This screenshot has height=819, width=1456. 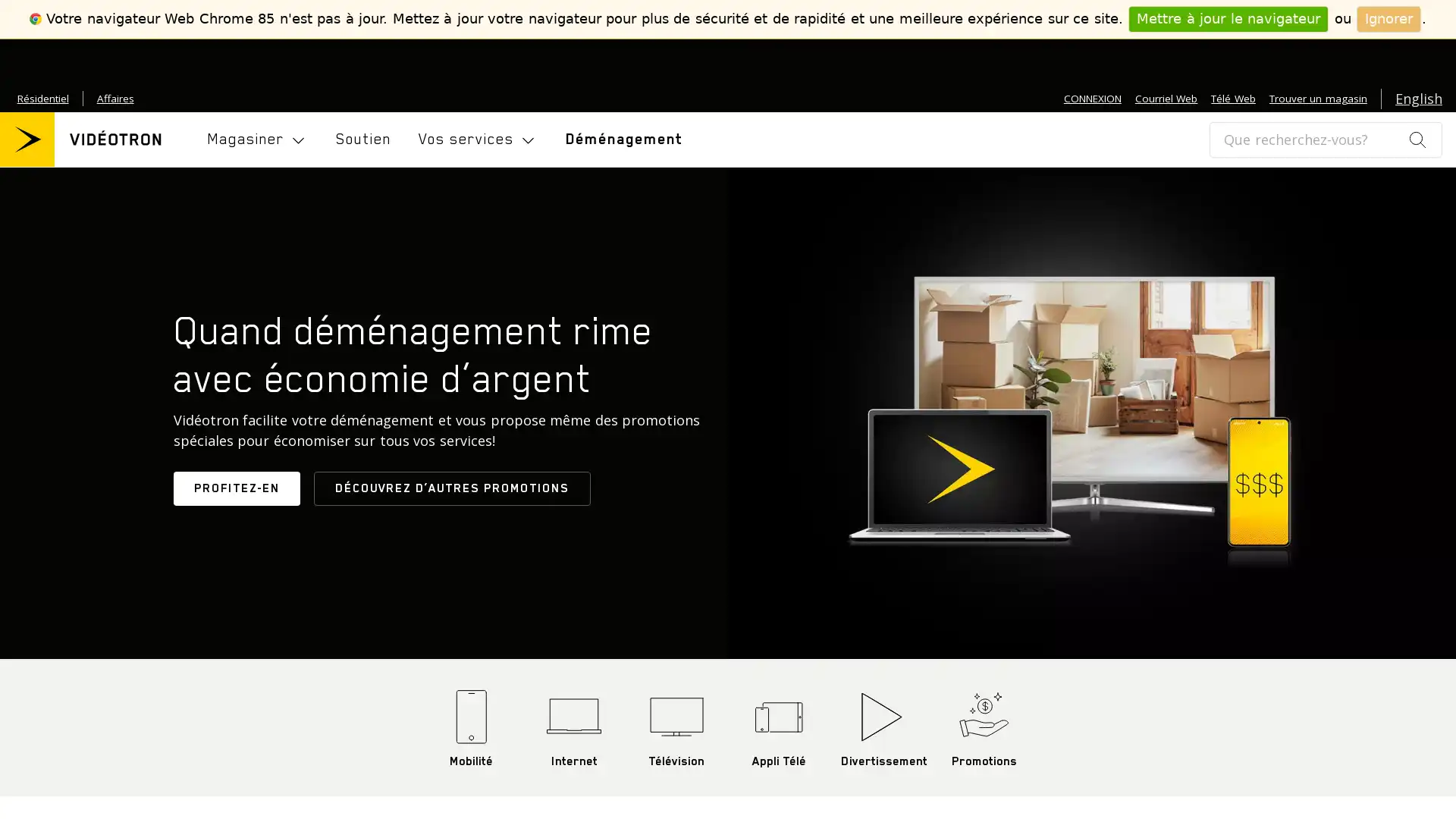 I want to click on Toggle navigation, so click(x=476, y=140).